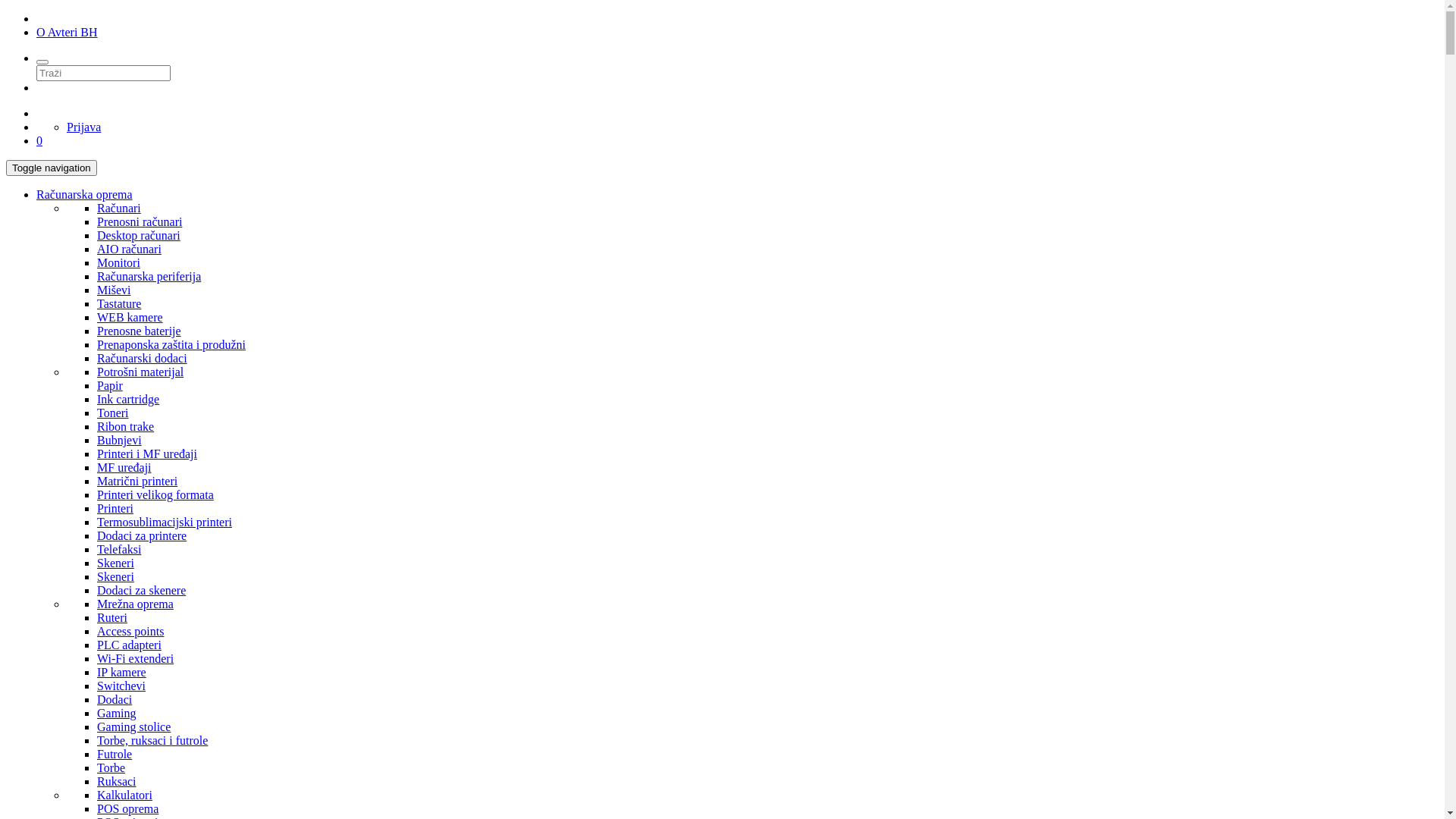  What do you see at coordinates (36, 32) in the screenshot?
I see `'O Avteri BH'` at bounding box center [36, 32].